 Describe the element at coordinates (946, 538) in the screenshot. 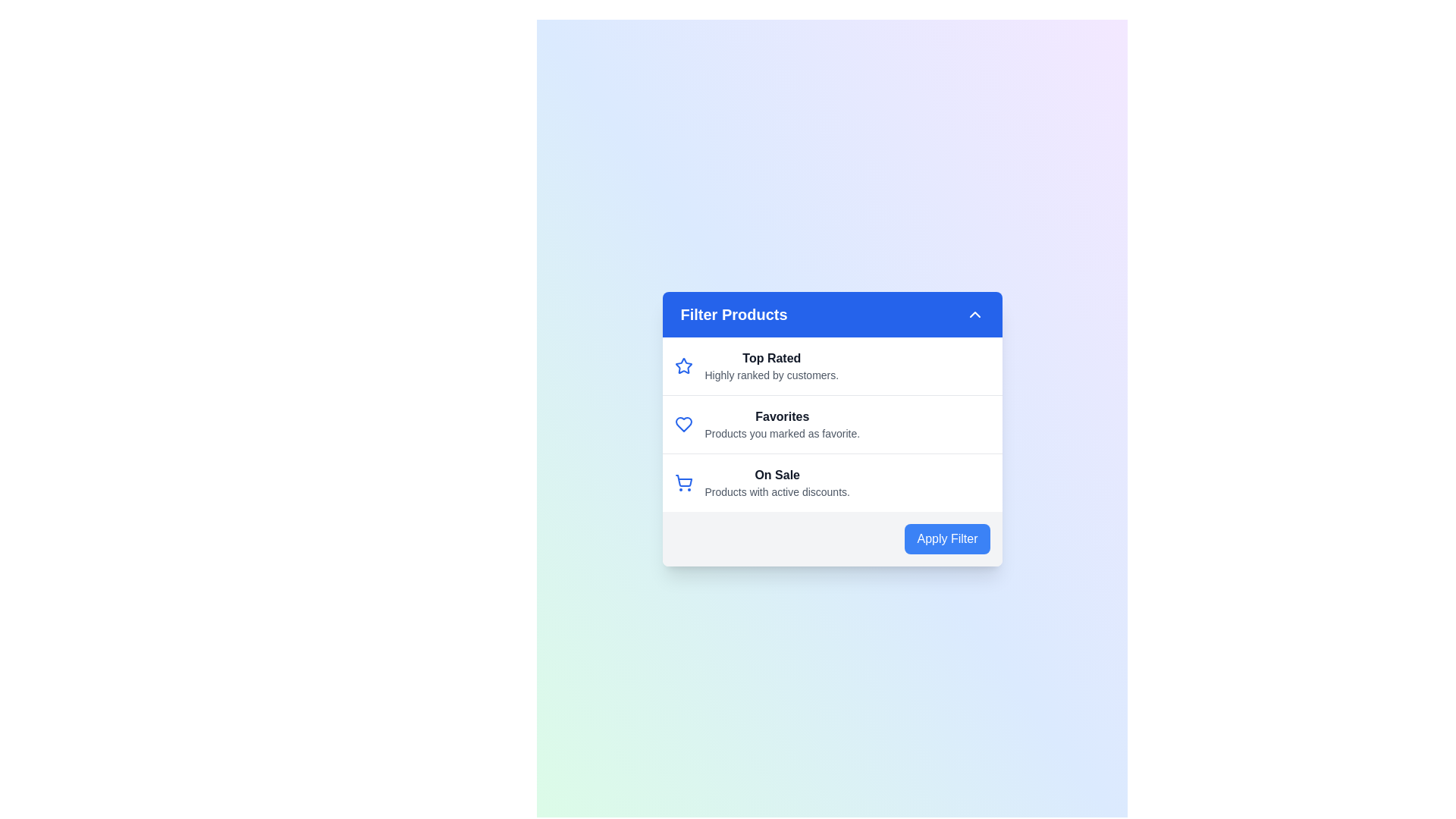

I see `'Apply Filter' button to apply the selected filter` at that location.